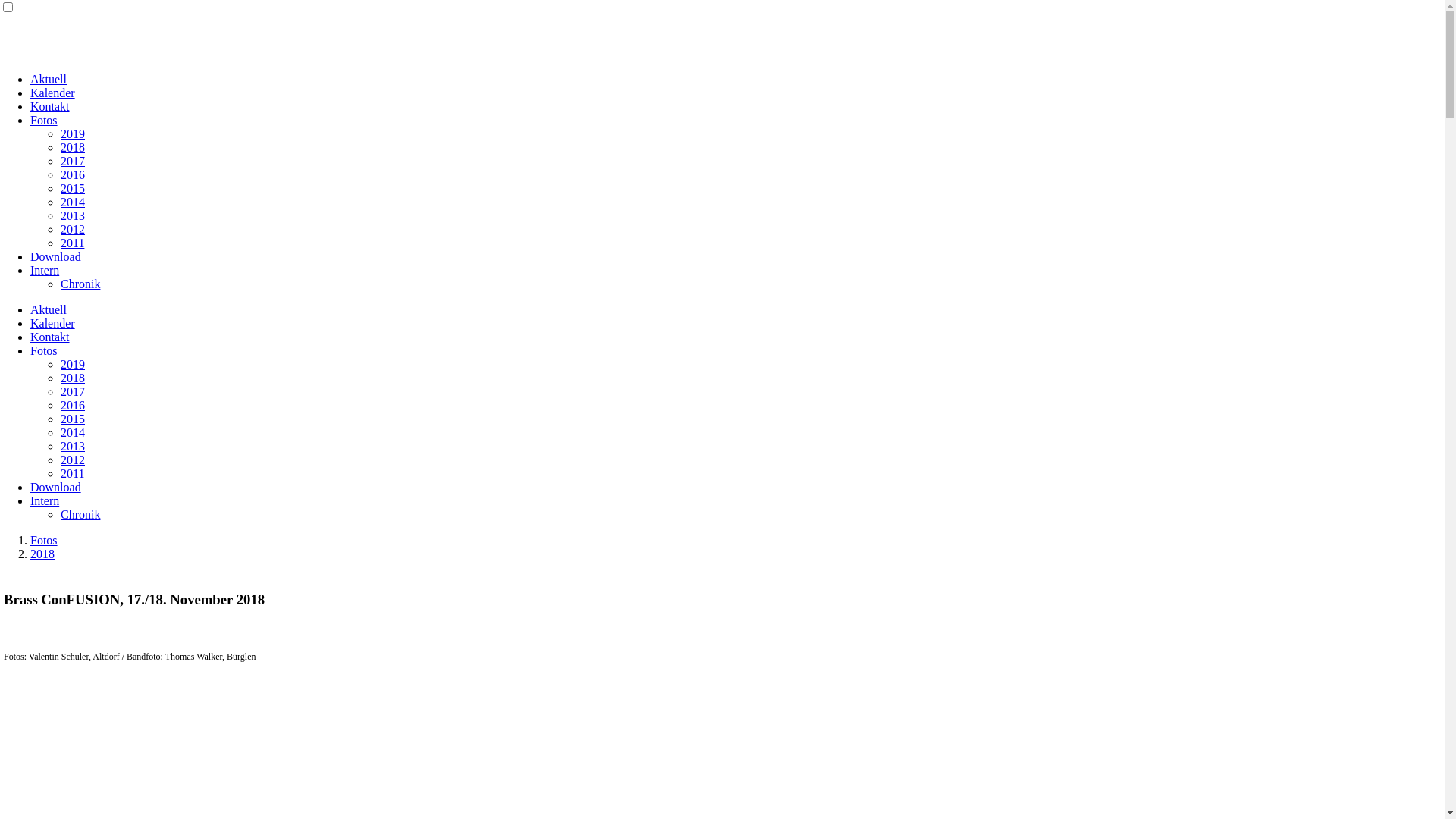 This screenshot has width=1456, height=819. I want to click on 'Aktuell', so click(48, 309).